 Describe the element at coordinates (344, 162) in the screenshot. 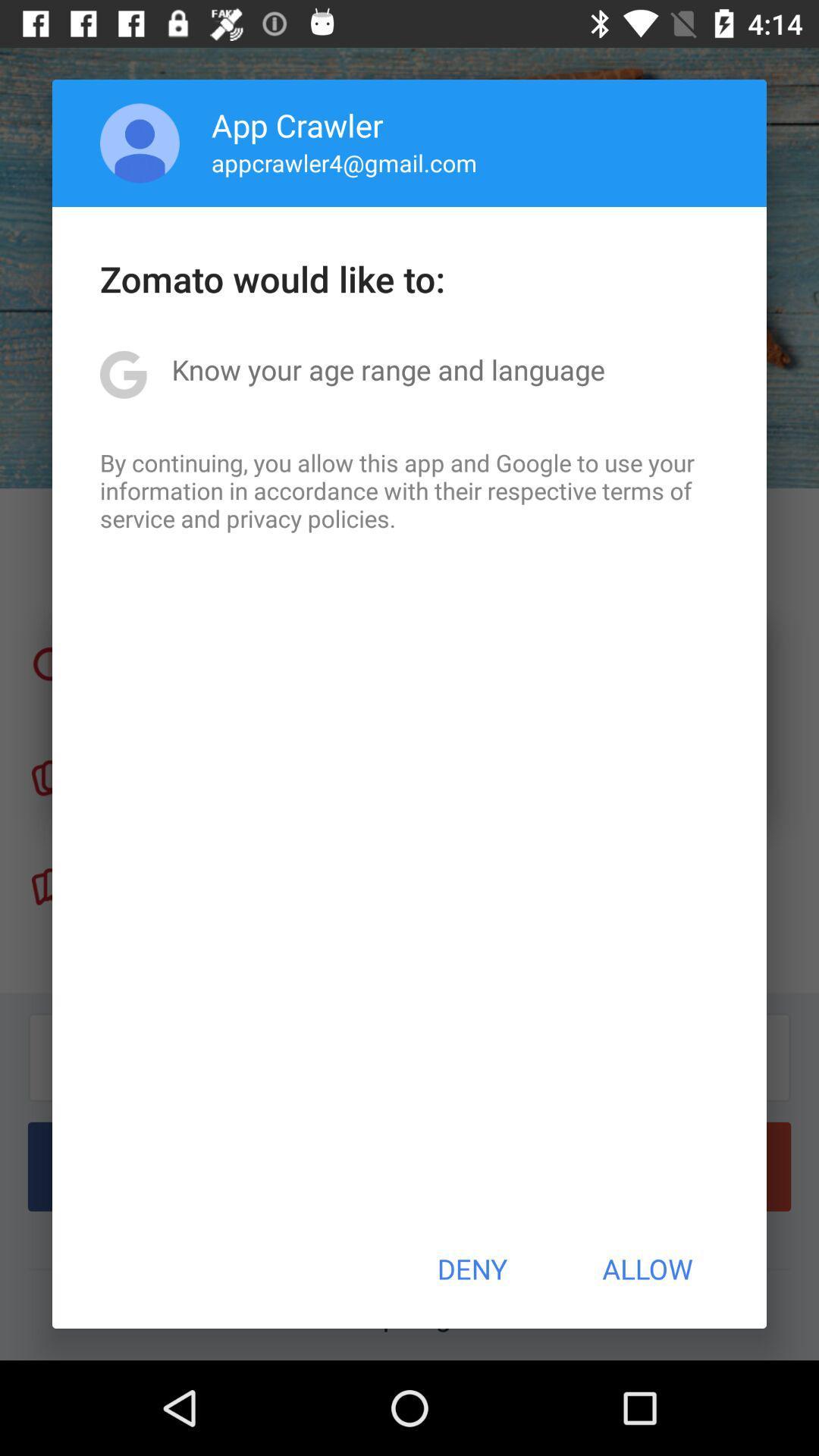

I see `appcrawler4@gmail.com item` at that location.